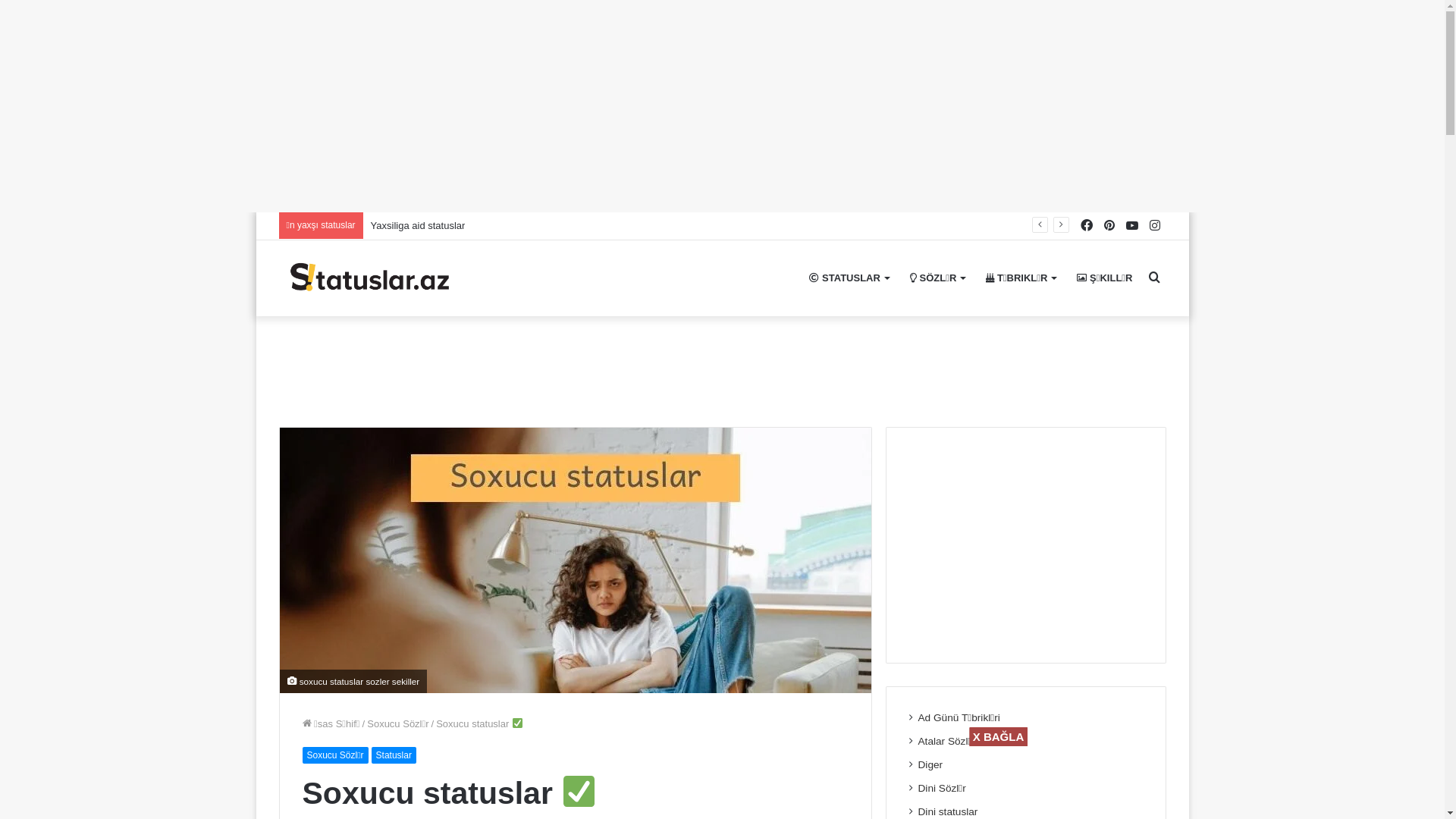  What do you see at coordinates (1026, 544) in the screenshot?
I see `'Advertisement'` at bounding box center [1026, 544].